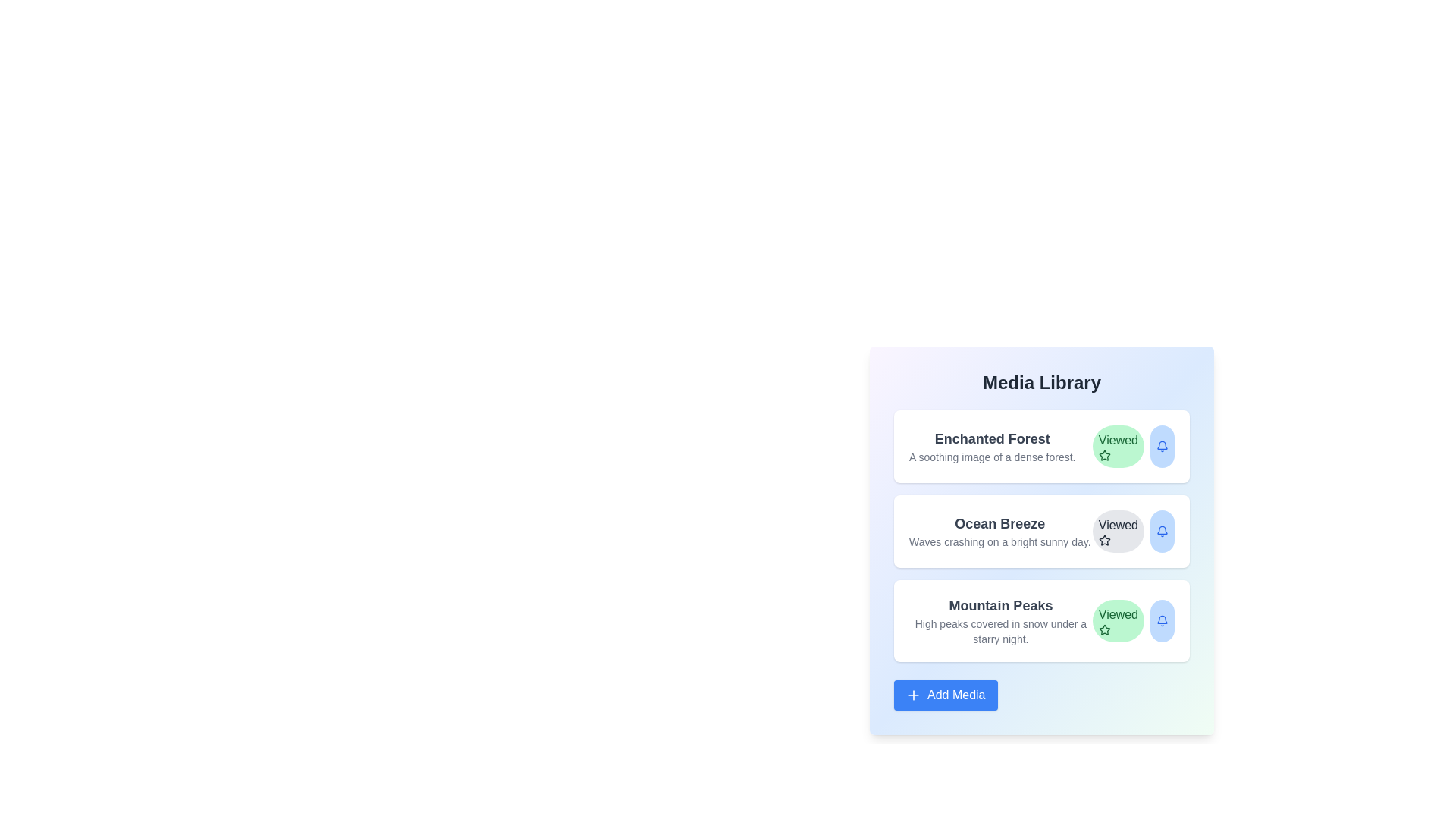  I want to click on 'Viewed' button for the media item titled Ocean Breeze, so click(1118, 531).